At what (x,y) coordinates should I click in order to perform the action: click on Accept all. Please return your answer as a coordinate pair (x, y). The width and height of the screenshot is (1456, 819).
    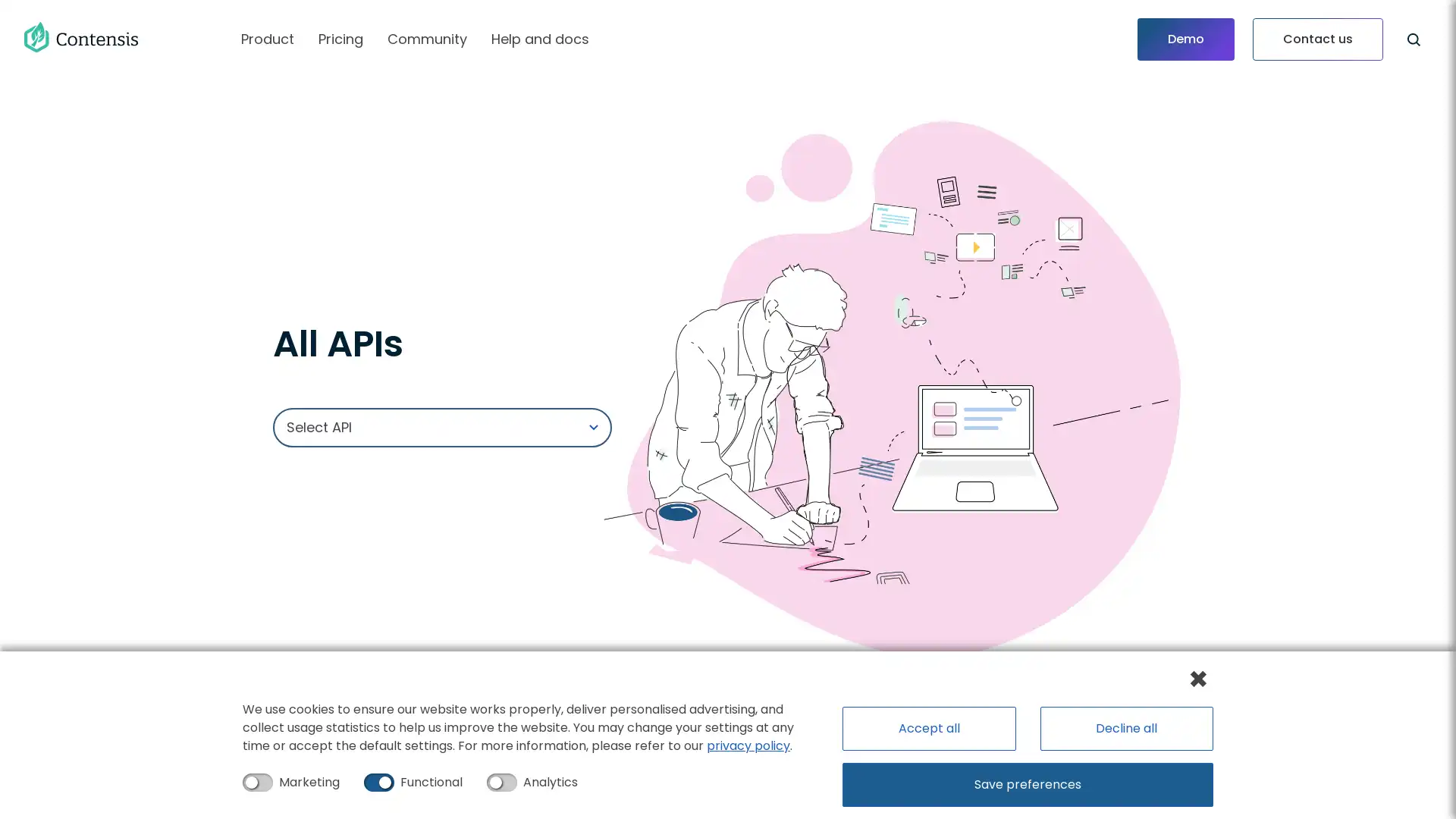
    Looking at the image, I should click on (927, 727).